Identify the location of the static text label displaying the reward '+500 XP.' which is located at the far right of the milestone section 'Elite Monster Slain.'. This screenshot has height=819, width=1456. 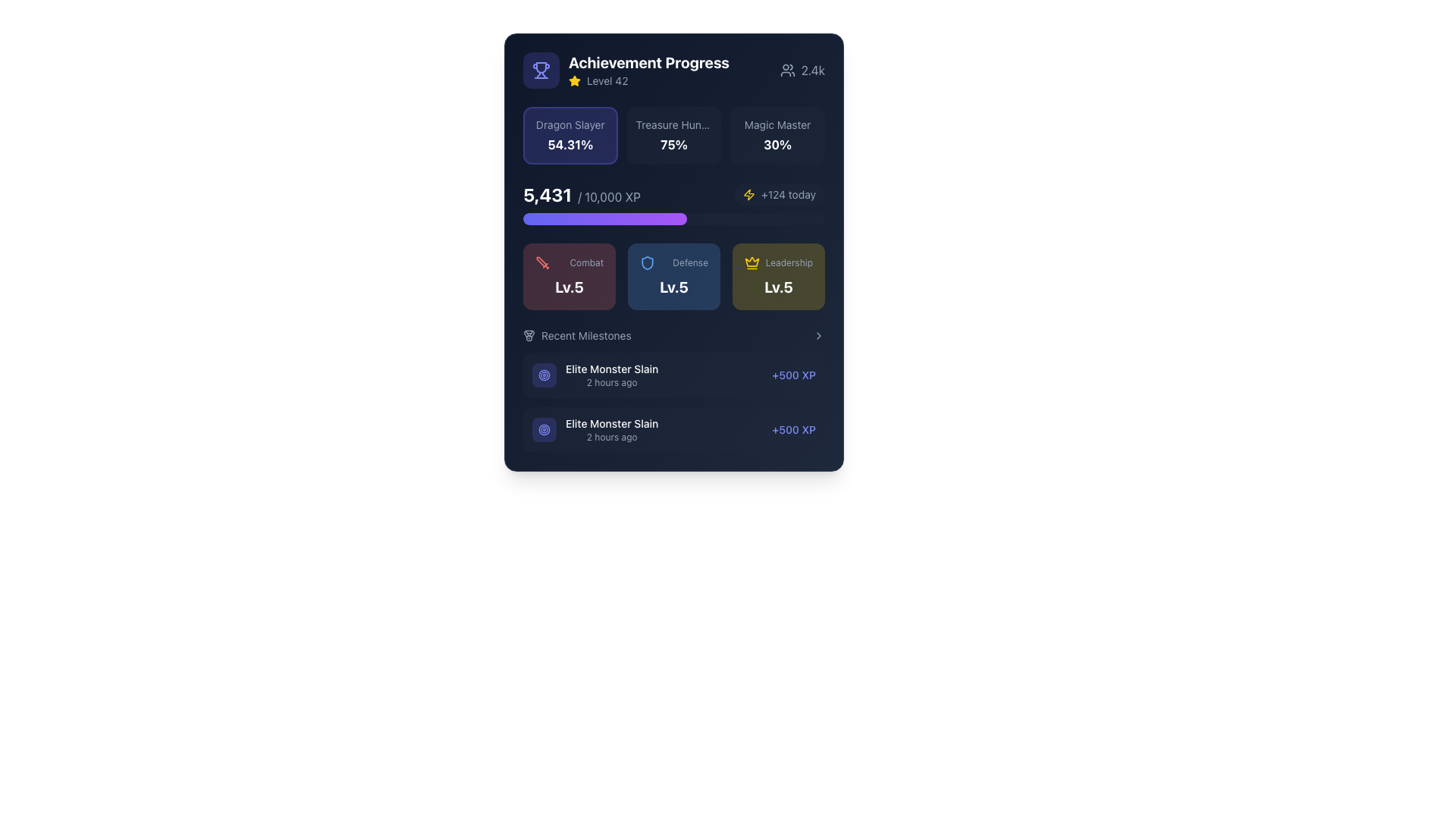
(793, 375).